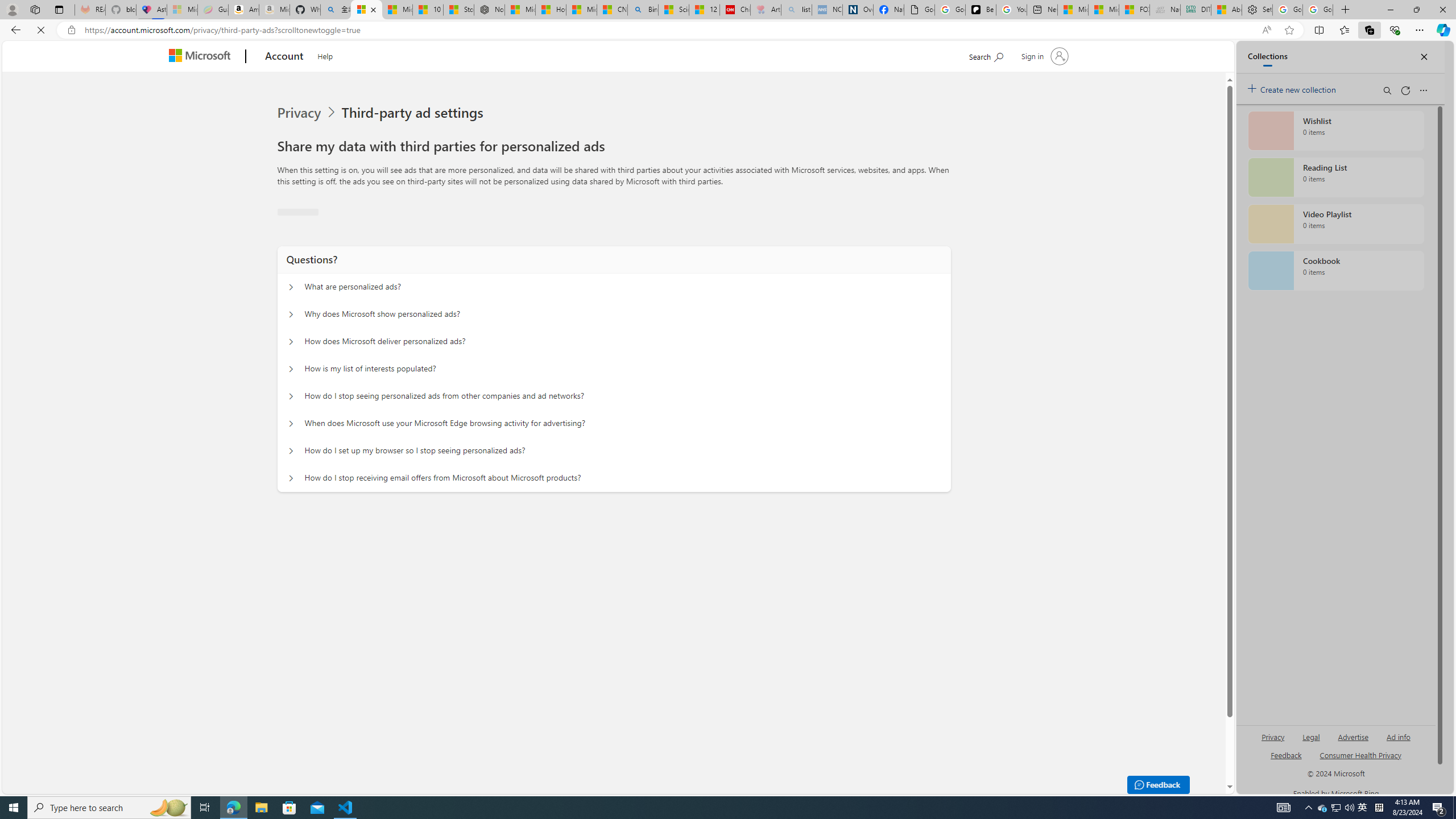  I want to click on 'Account', so click(283, 56).